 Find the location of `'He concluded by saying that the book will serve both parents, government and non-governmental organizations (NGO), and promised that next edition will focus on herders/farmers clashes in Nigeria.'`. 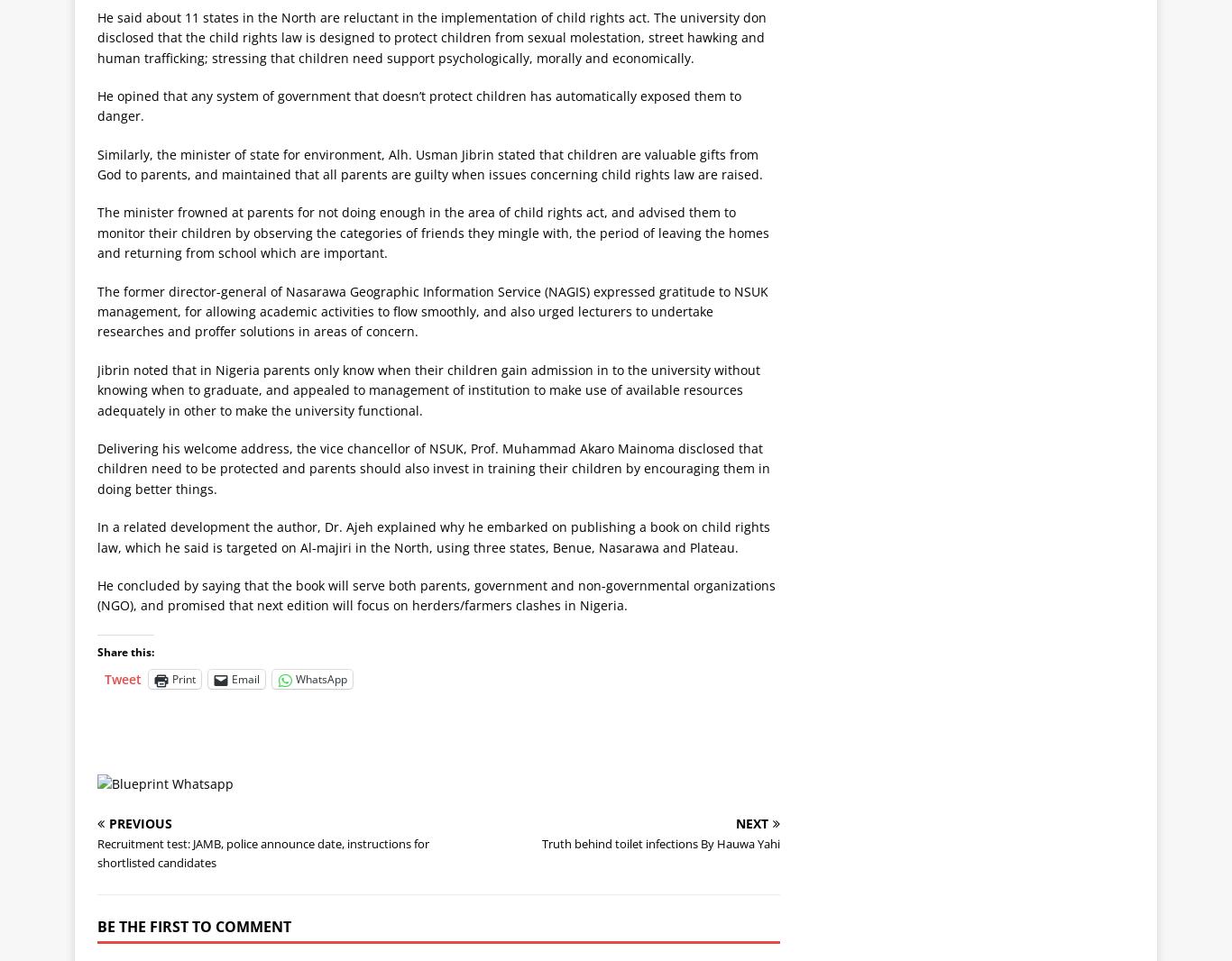

'He concluded by saying that the book will serve both parents, government and non-governmental organizations (NGO), and promised that next edition will focus on herders/farmers clashes in Nigeria.' is located at coordinates (436, 593).